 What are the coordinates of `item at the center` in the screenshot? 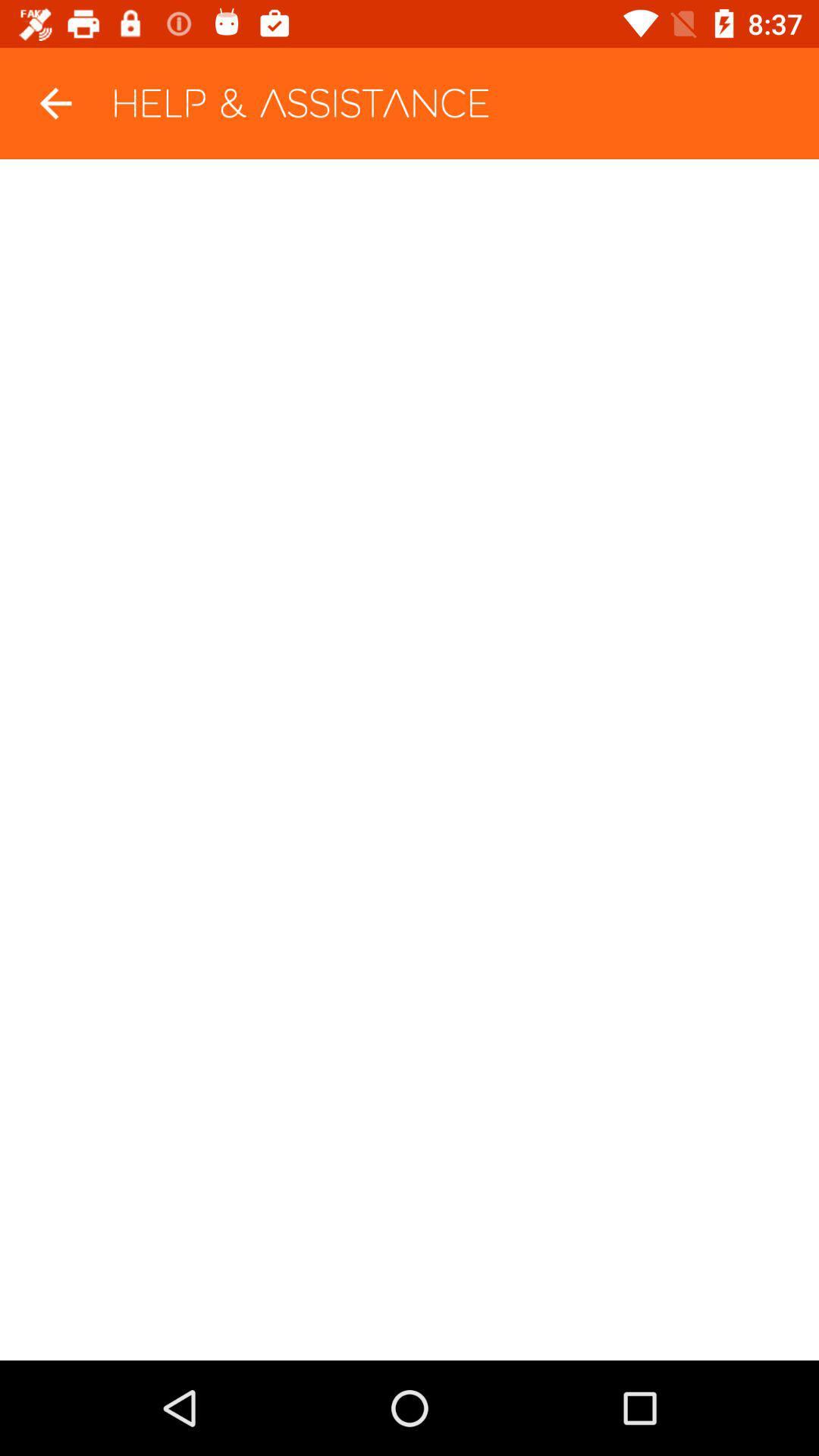 It's located at (409, 760).